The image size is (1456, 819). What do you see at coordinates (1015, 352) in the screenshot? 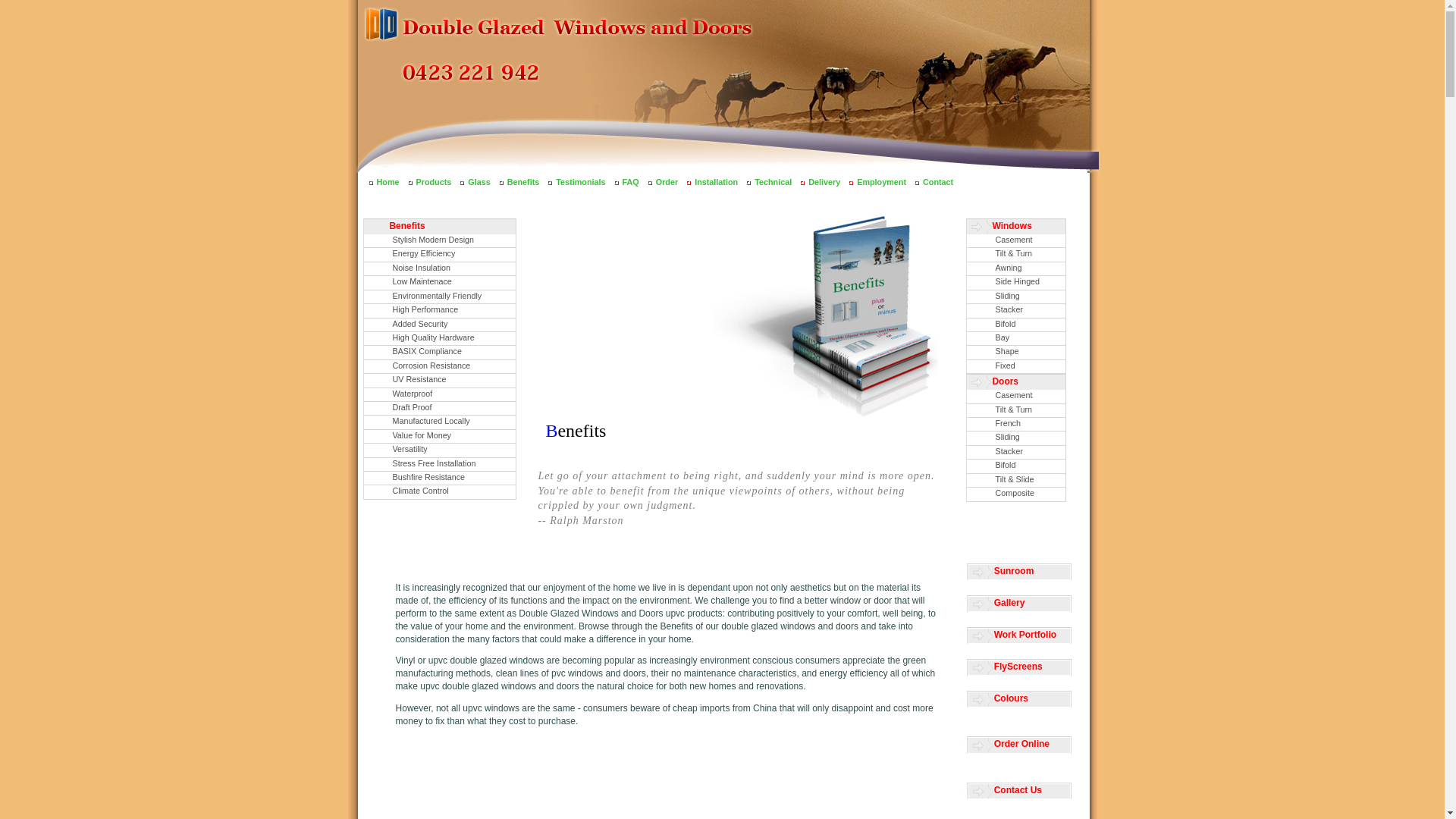
I see `'Shape'` at bounding box center [1015, 352].